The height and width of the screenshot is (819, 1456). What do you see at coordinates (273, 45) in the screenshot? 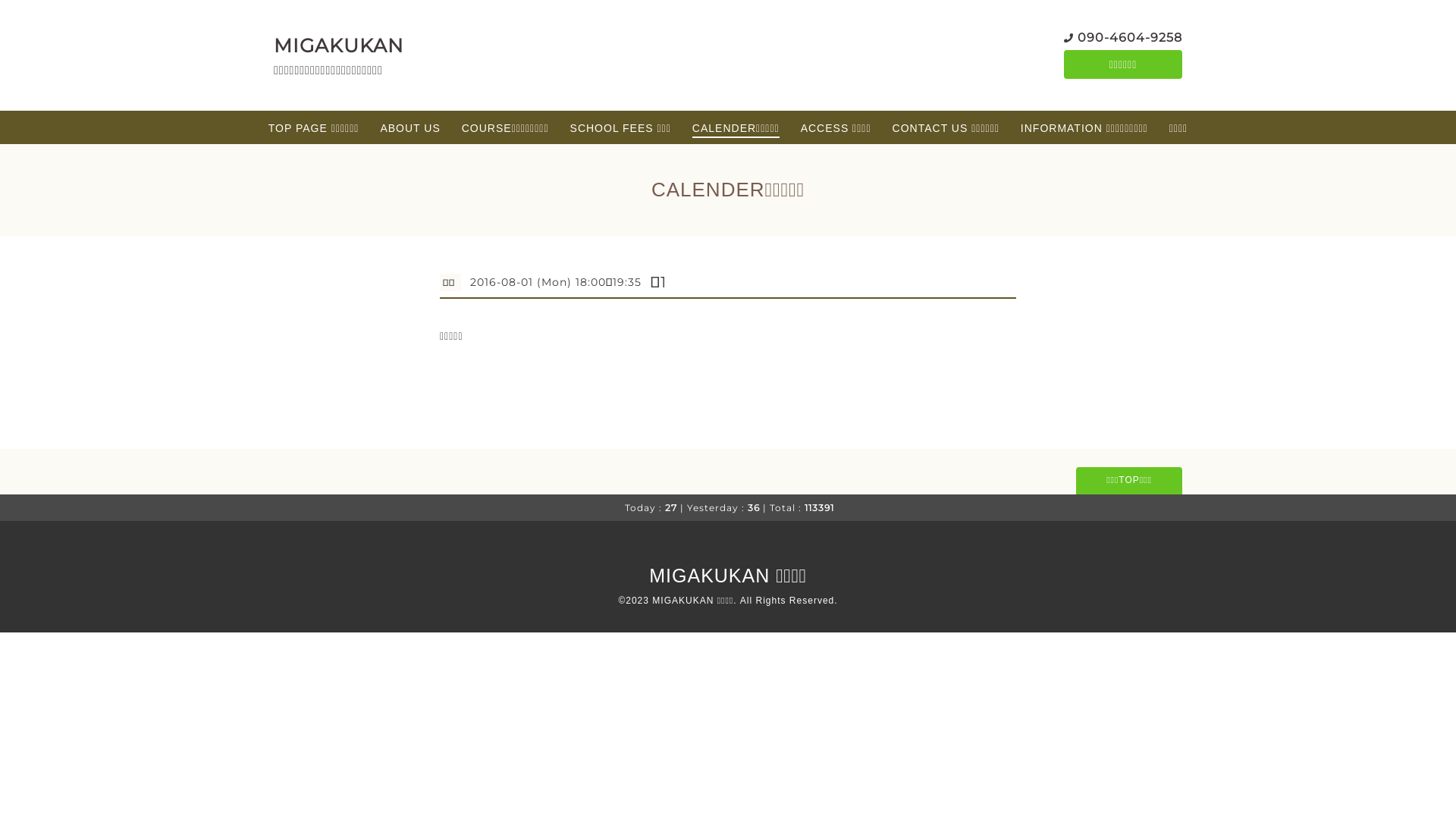
I see `'MIGAKUKAN'` at bounding box center [273, 45].